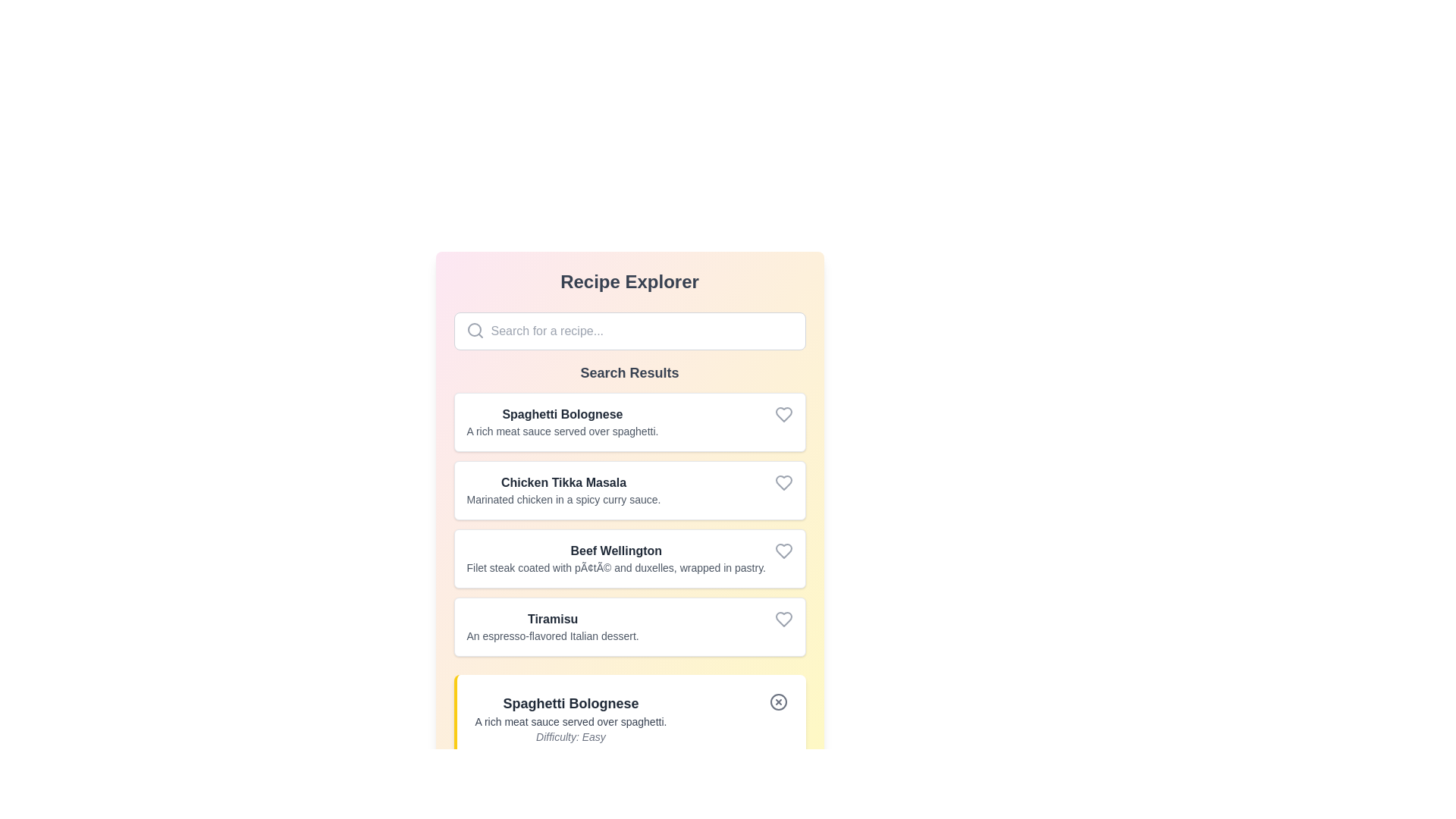 This screenshot has width=1456, height=819. I want to click on the third item in the 'Search Results' list, which displays a dish name and its description, to read details about the dish, so click(629, 523).